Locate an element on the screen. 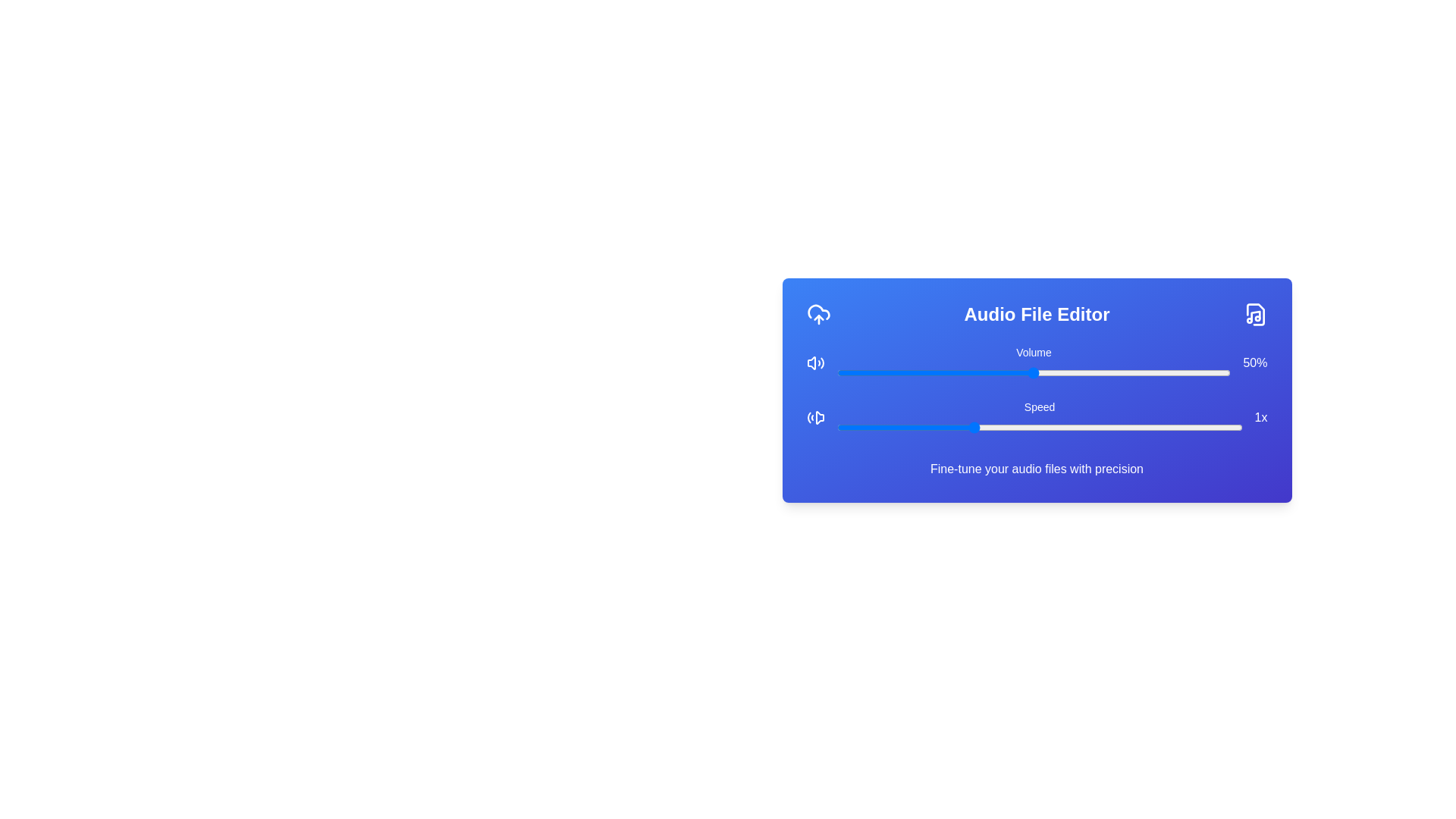 The height and width of the screenshot is (819, 1456). the music note icon located at the top-right corner of the AudioEditor component is located at coordinates (1255, 314).